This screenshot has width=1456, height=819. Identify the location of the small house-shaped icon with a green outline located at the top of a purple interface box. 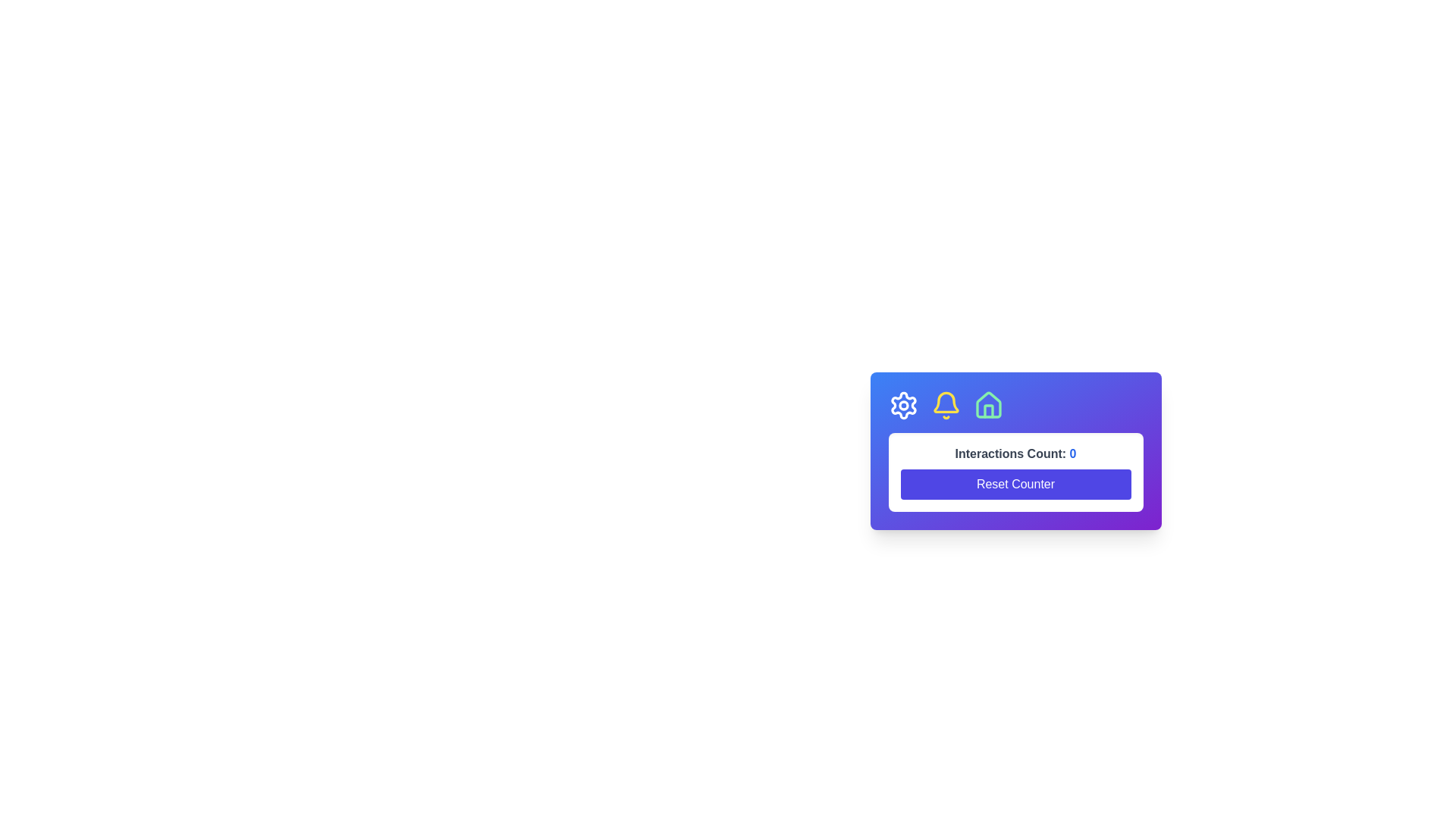
(988, 405).